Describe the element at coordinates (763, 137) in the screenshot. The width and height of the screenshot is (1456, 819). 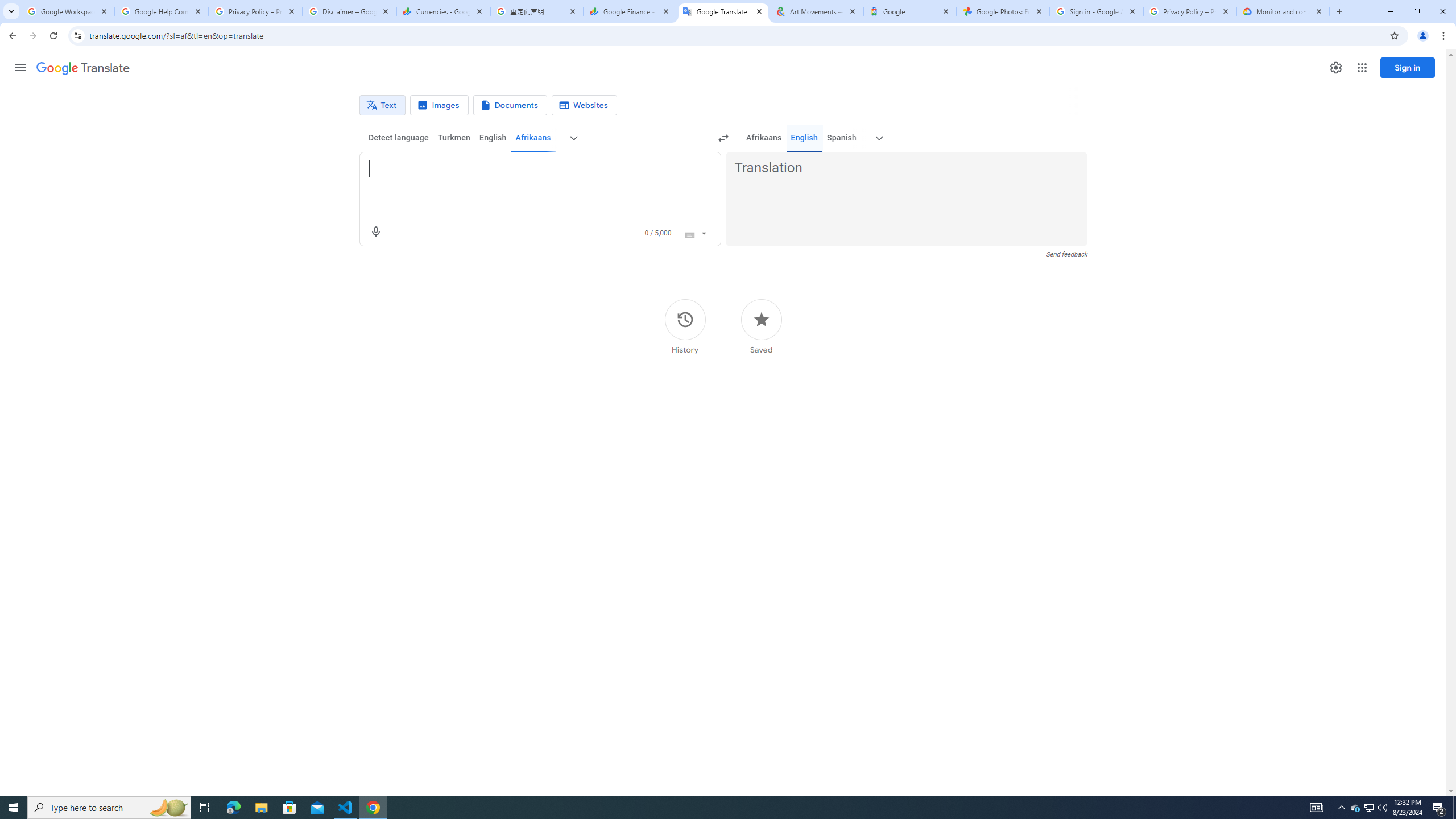
I see `'Afrikaans'` at that location.